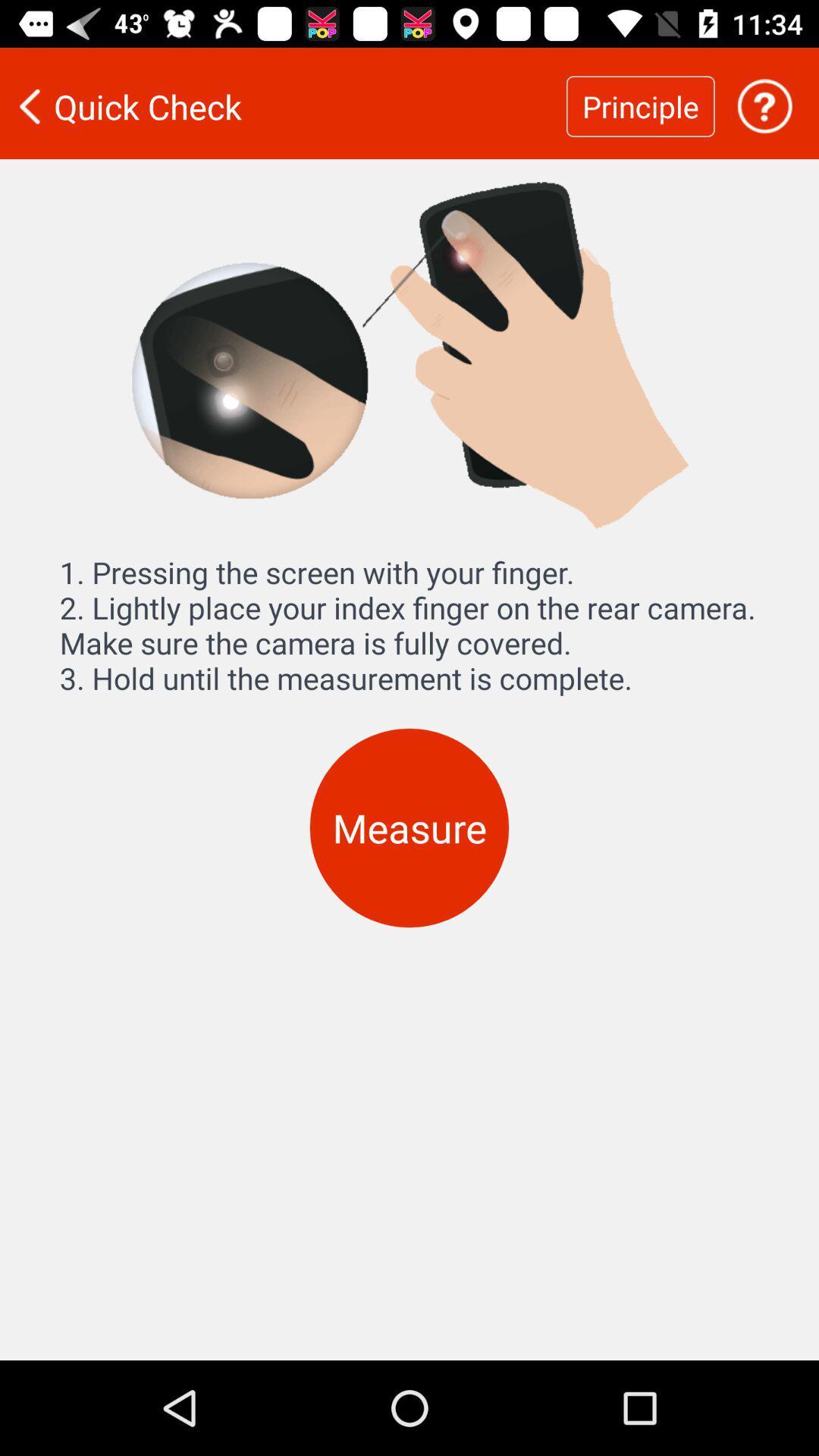 This screenshot has height=1456, width=819. I want to click on the measure, so click(409, 827).